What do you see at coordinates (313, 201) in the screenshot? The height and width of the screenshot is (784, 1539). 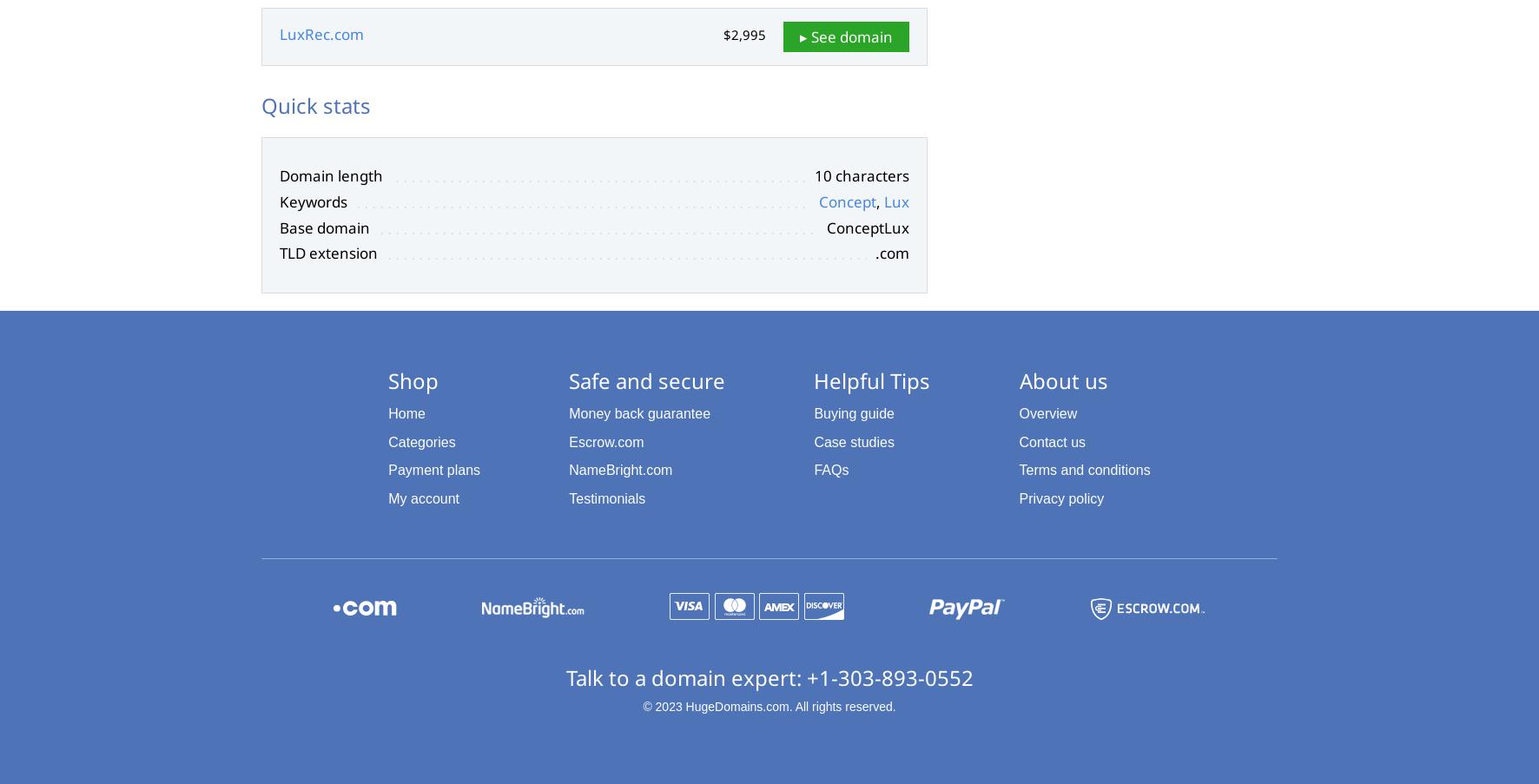 I see `'Keywords'` at bounding box center [313, 201].